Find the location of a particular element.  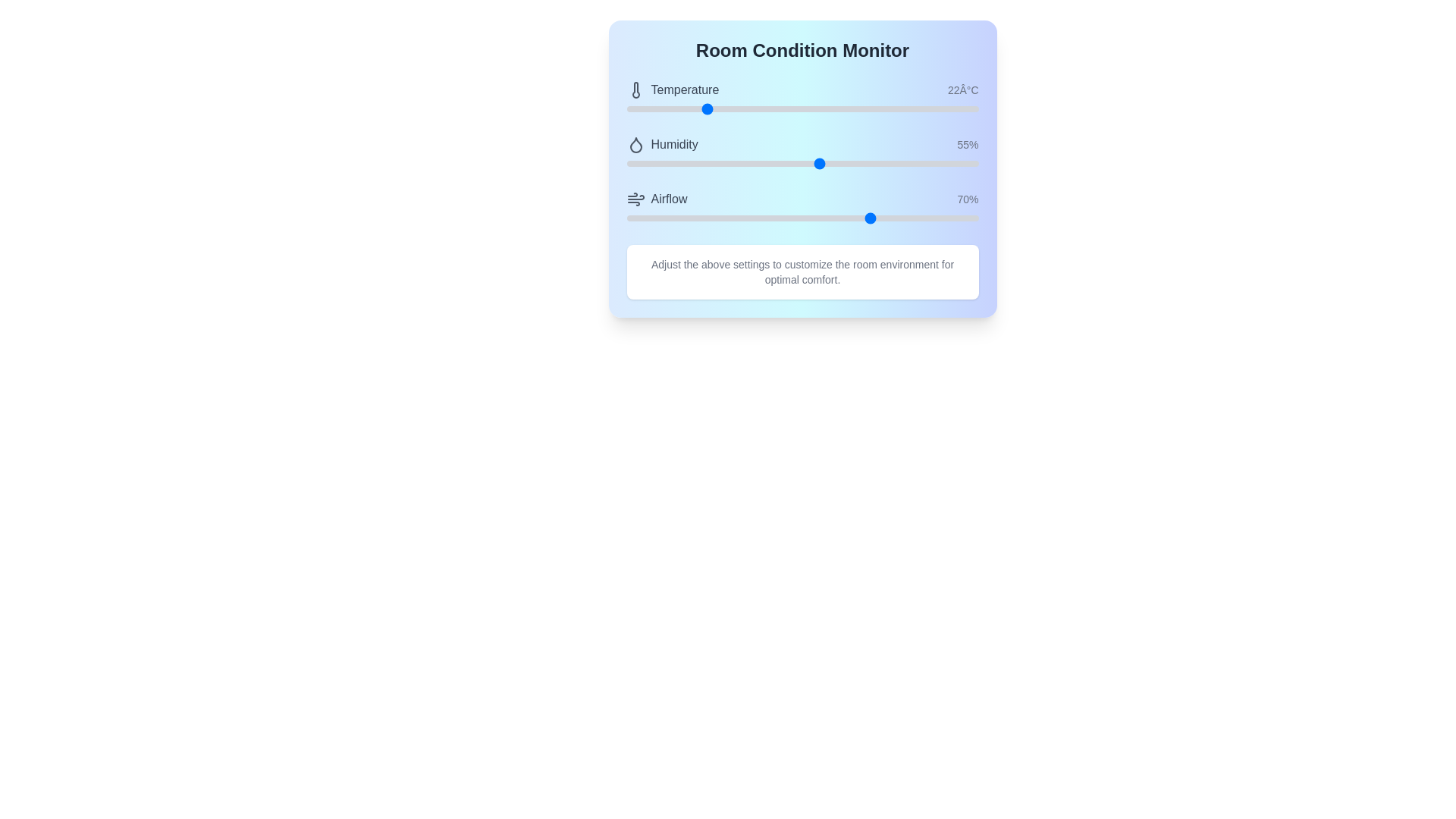

the humidity level is located at coordinates (918, 164).